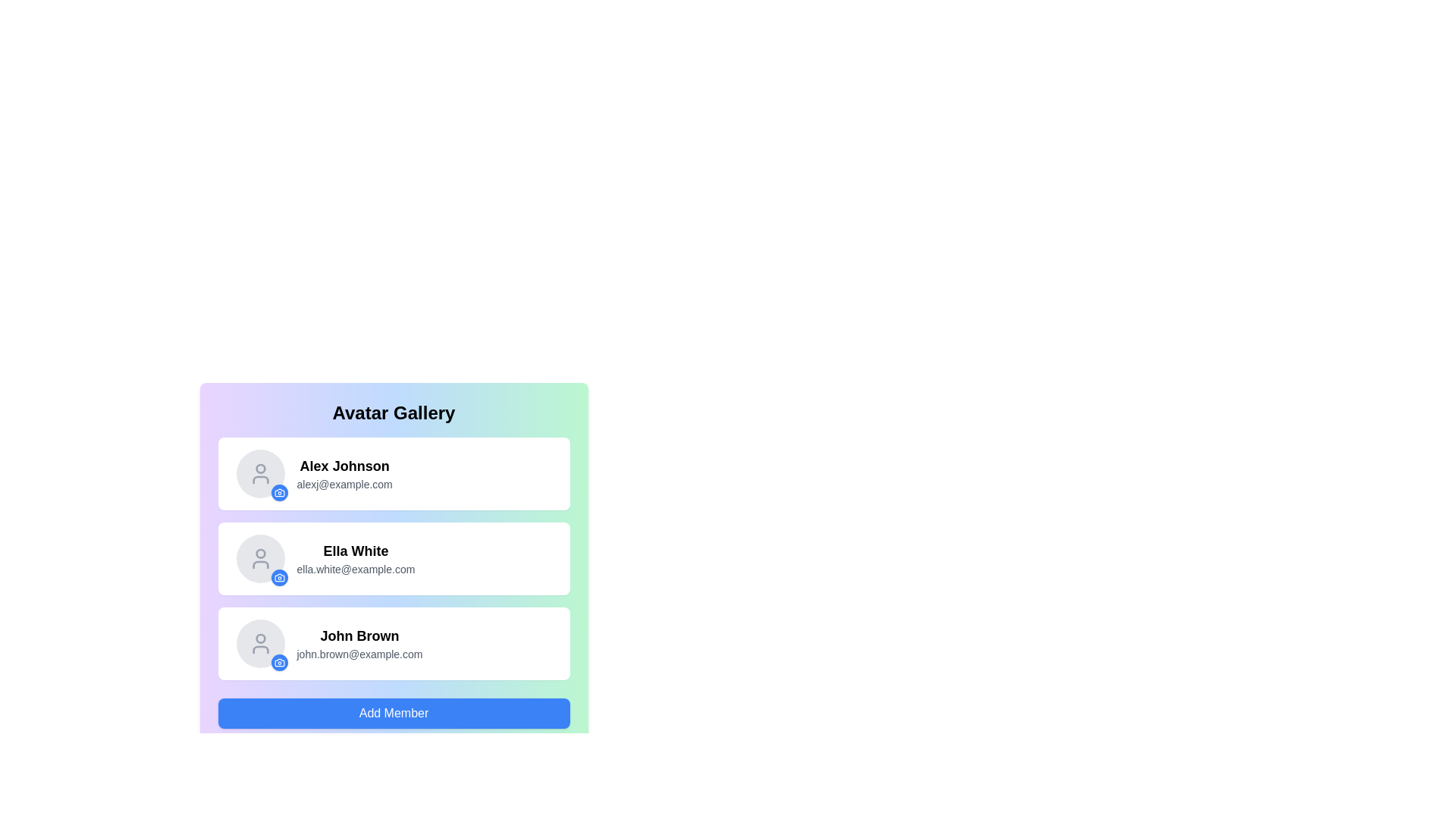 This screenshot has width=1456, height=819. I want to click on the icon button located at the bottom-right of Ella White's profile avatar in the Avatar Gallery section, so click(279, 578).